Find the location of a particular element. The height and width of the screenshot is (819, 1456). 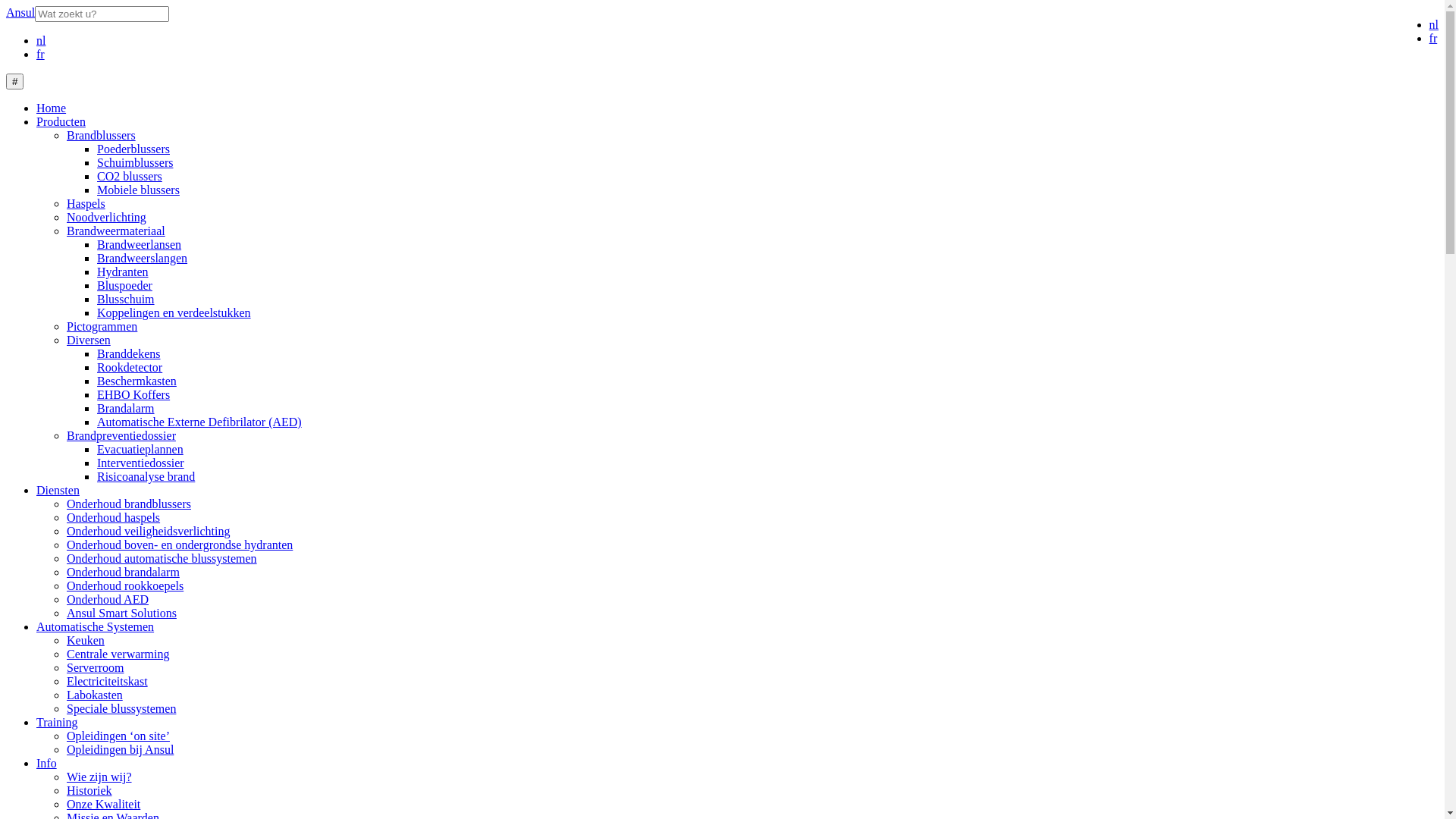

'Risicoanalyse brand' is located at coordinates (146, 475).